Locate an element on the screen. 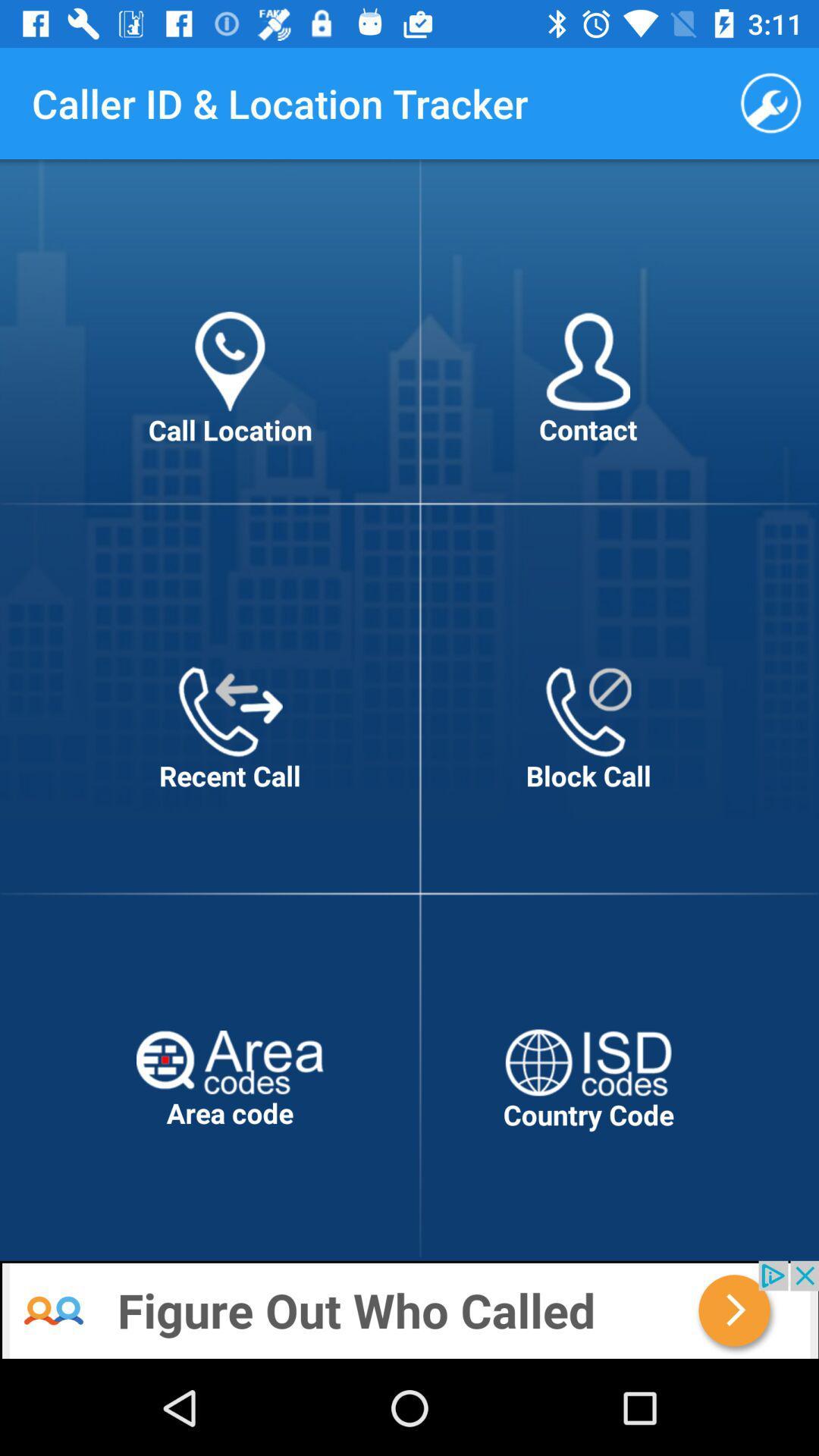  advertisement is located at coordinates (409, 1310).